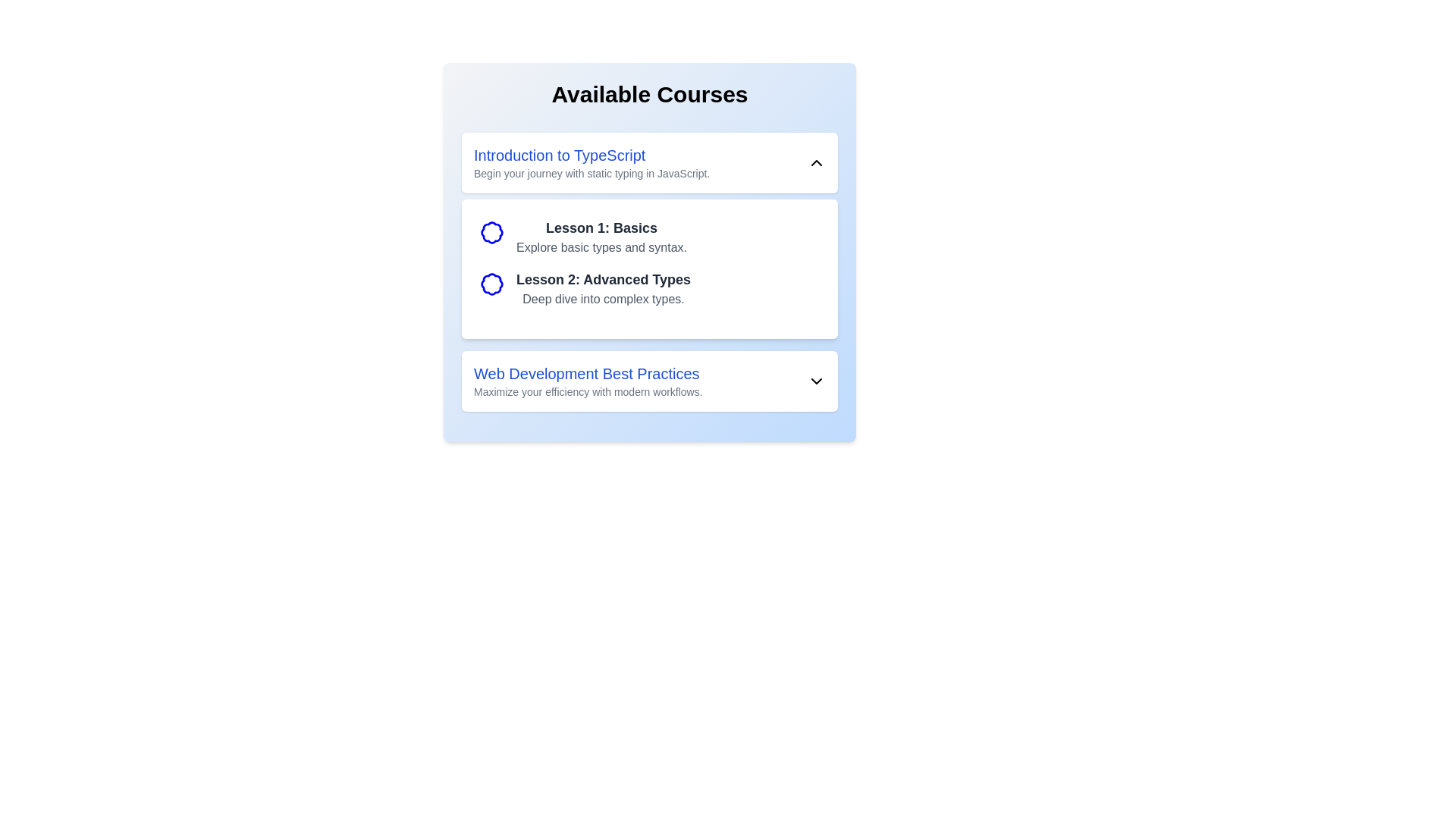  I want to click on the Text Label displaying 'Lesson 2: Advanced Types' located under the 'Available Courses' header and above the description 'Deep dive into complex types', so click(603, 280).